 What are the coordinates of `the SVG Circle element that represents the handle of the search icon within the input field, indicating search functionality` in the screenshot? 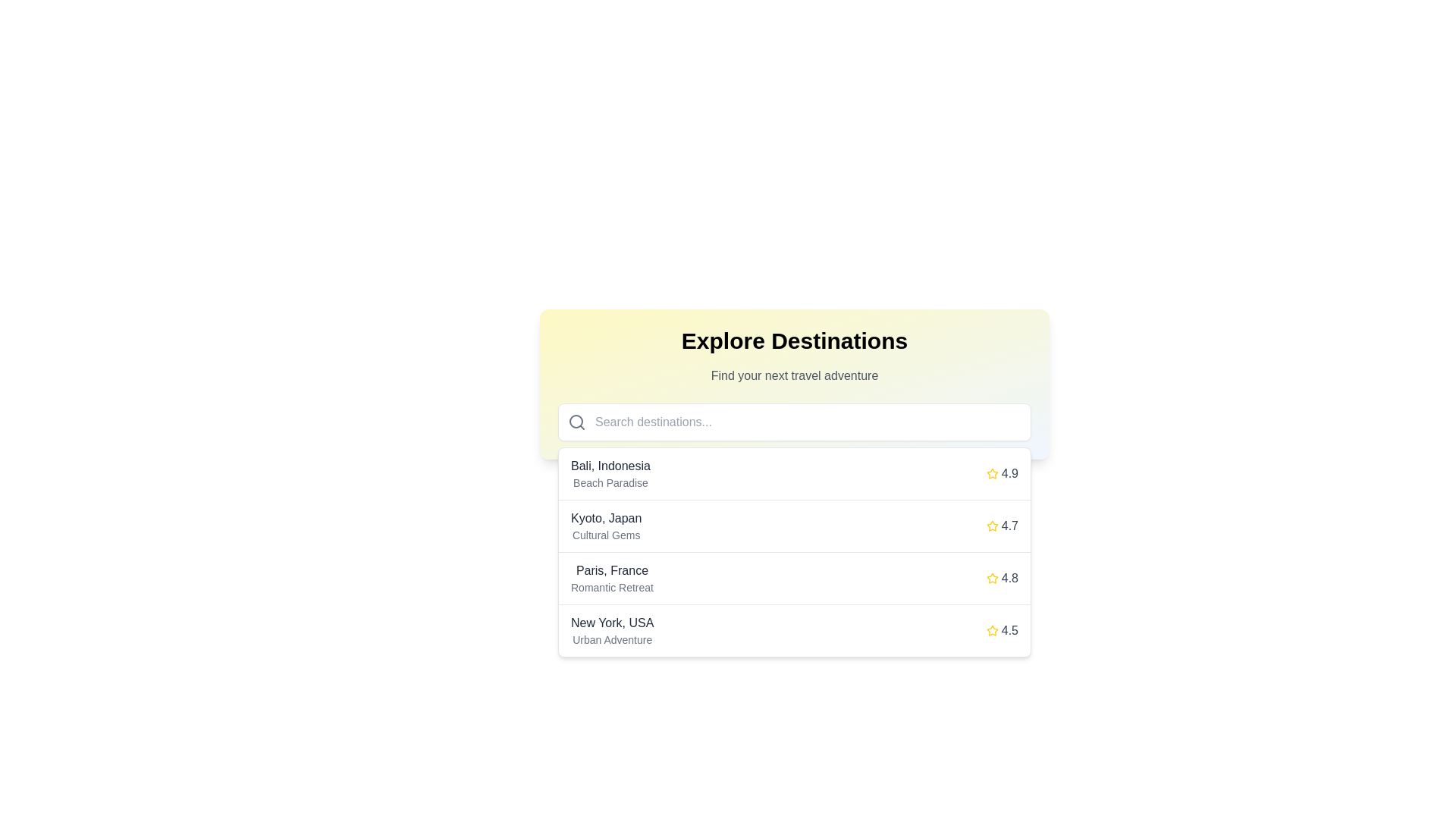 It's located at (575, 421).